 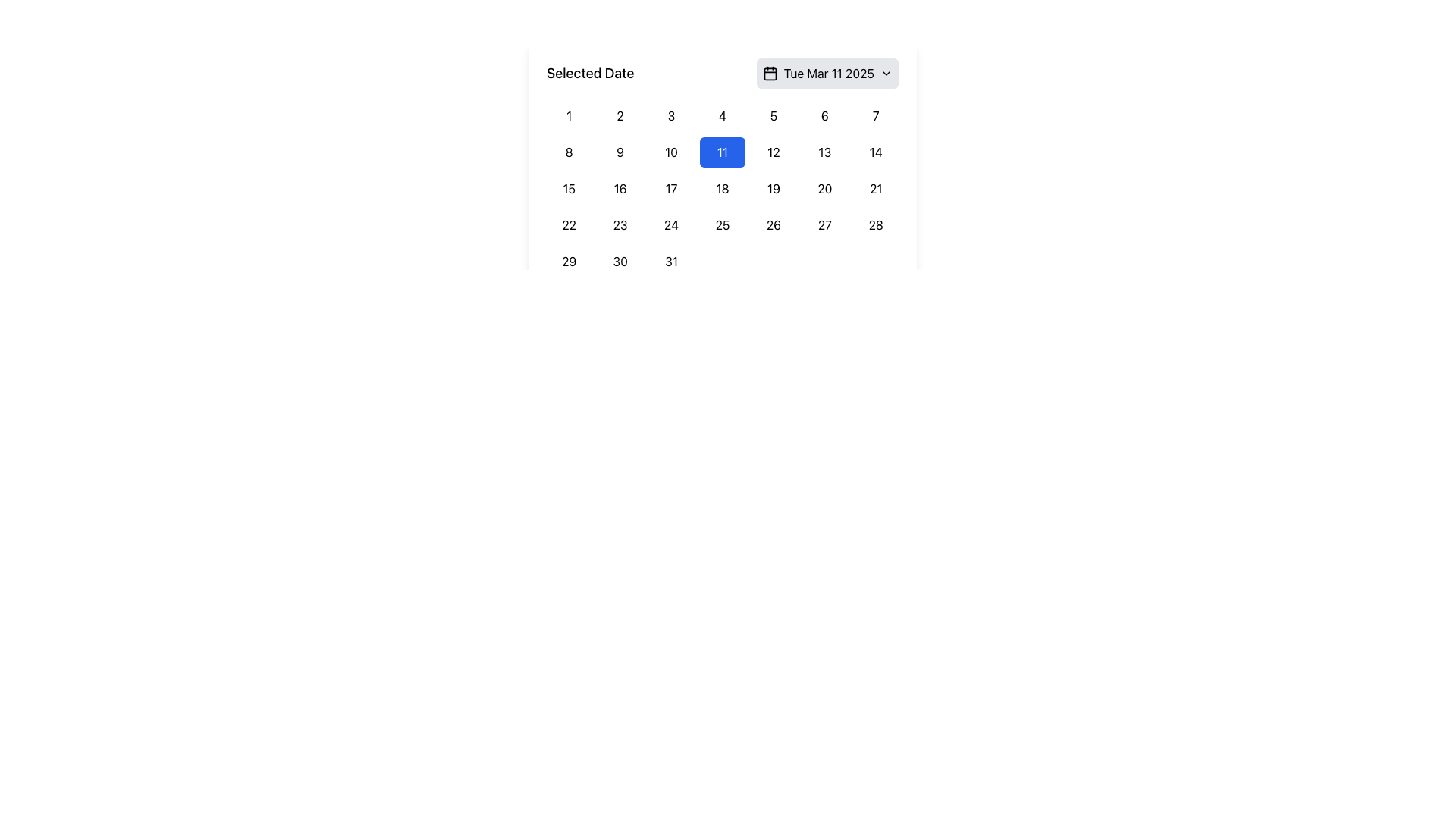 What do you see at coordinates (773, 115) in the screenshot?
I see `the fifth box in the top row of the calendar grid` at bounding box center [773, 115].